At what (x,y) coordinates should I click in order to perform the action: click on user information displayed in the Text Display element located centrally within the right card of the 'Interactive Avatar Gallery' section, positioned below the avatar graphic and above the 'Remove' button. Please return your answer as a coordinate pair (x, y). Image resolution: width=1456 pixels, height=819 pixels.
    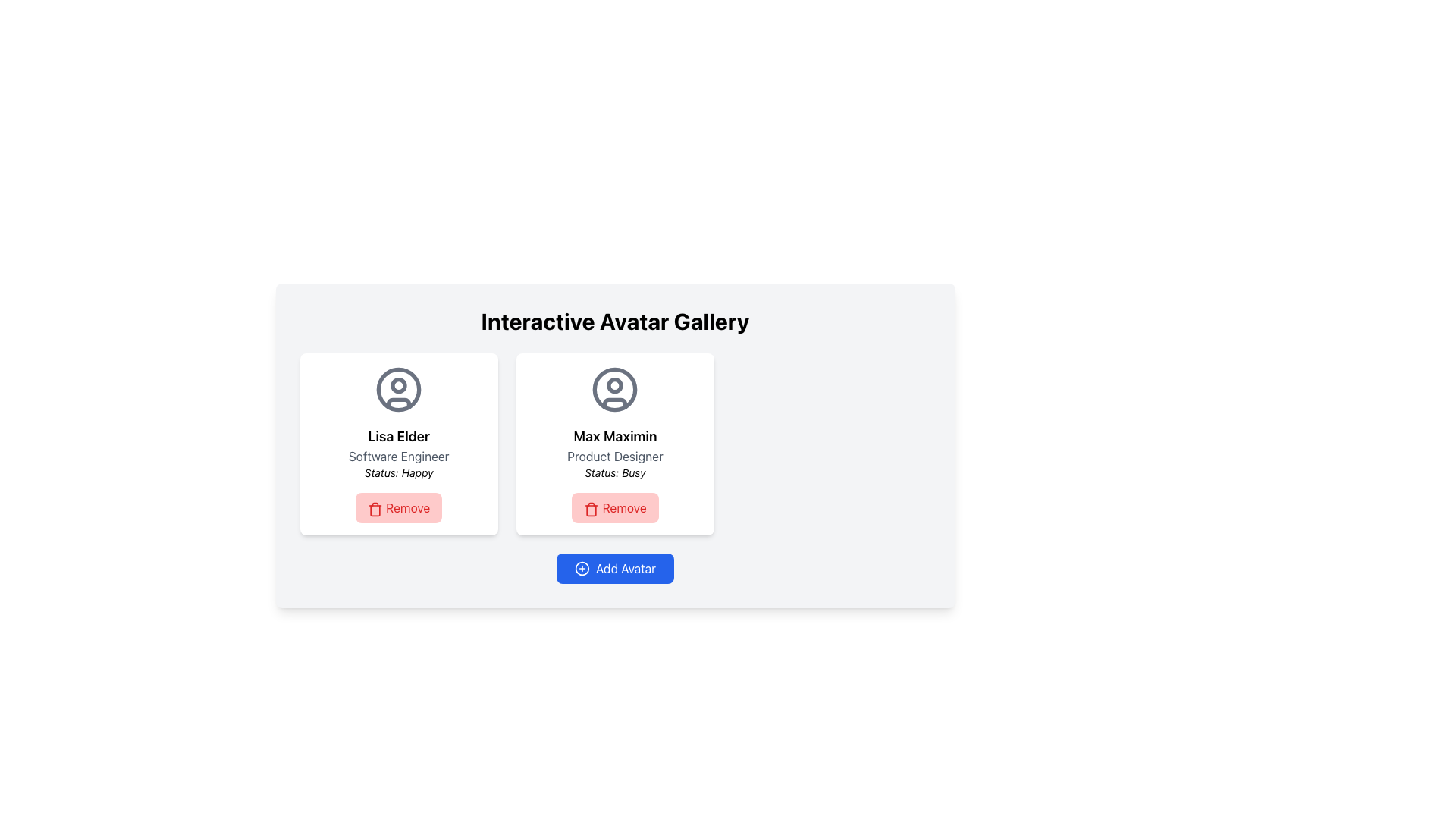
    Looking at the image, I should click on (615, 452).